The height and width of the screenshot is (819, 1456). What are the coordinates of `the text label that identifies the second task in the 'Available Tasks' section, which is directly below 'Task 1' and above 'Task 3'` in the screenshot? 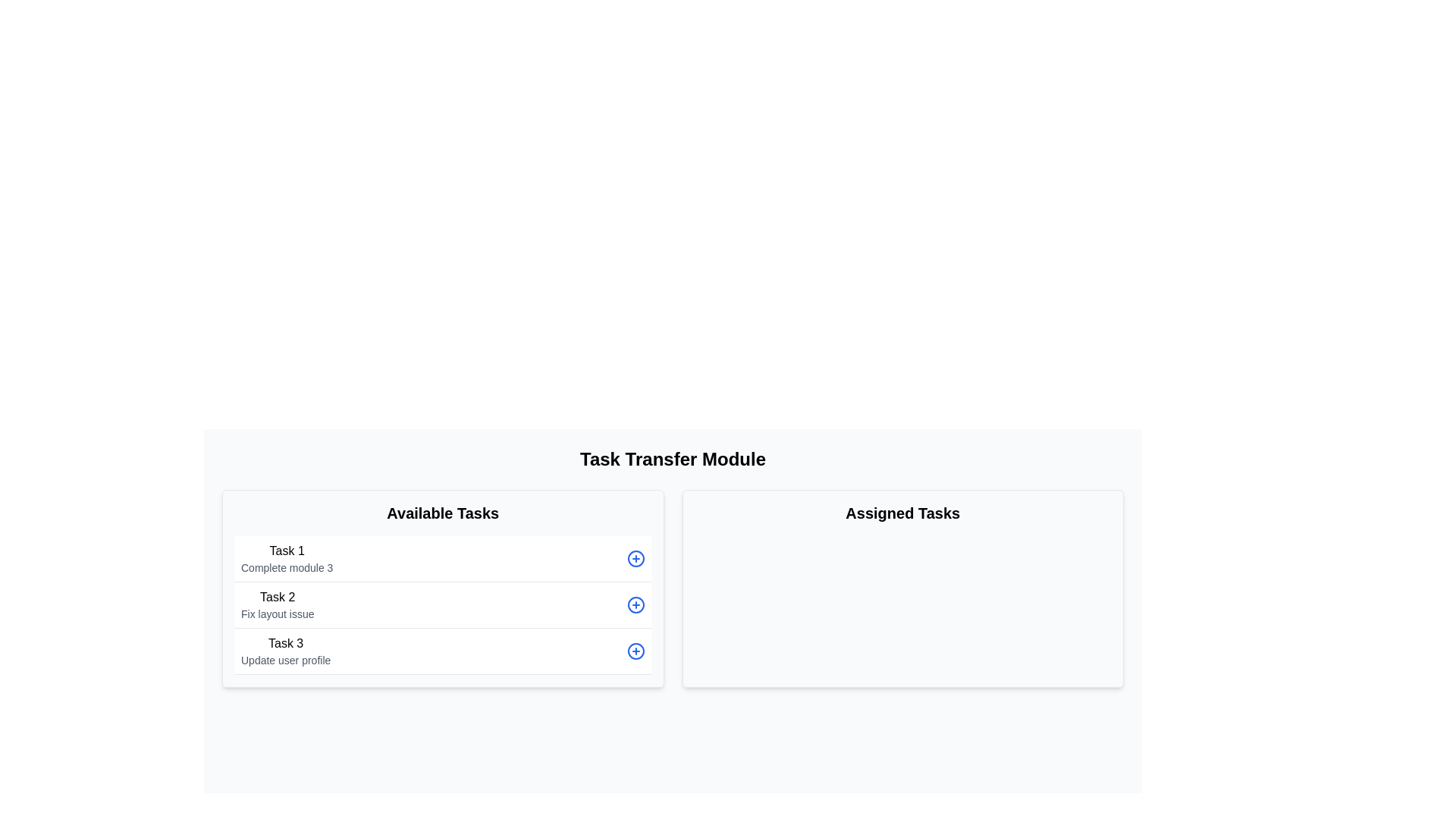 It's located at (278, 596).